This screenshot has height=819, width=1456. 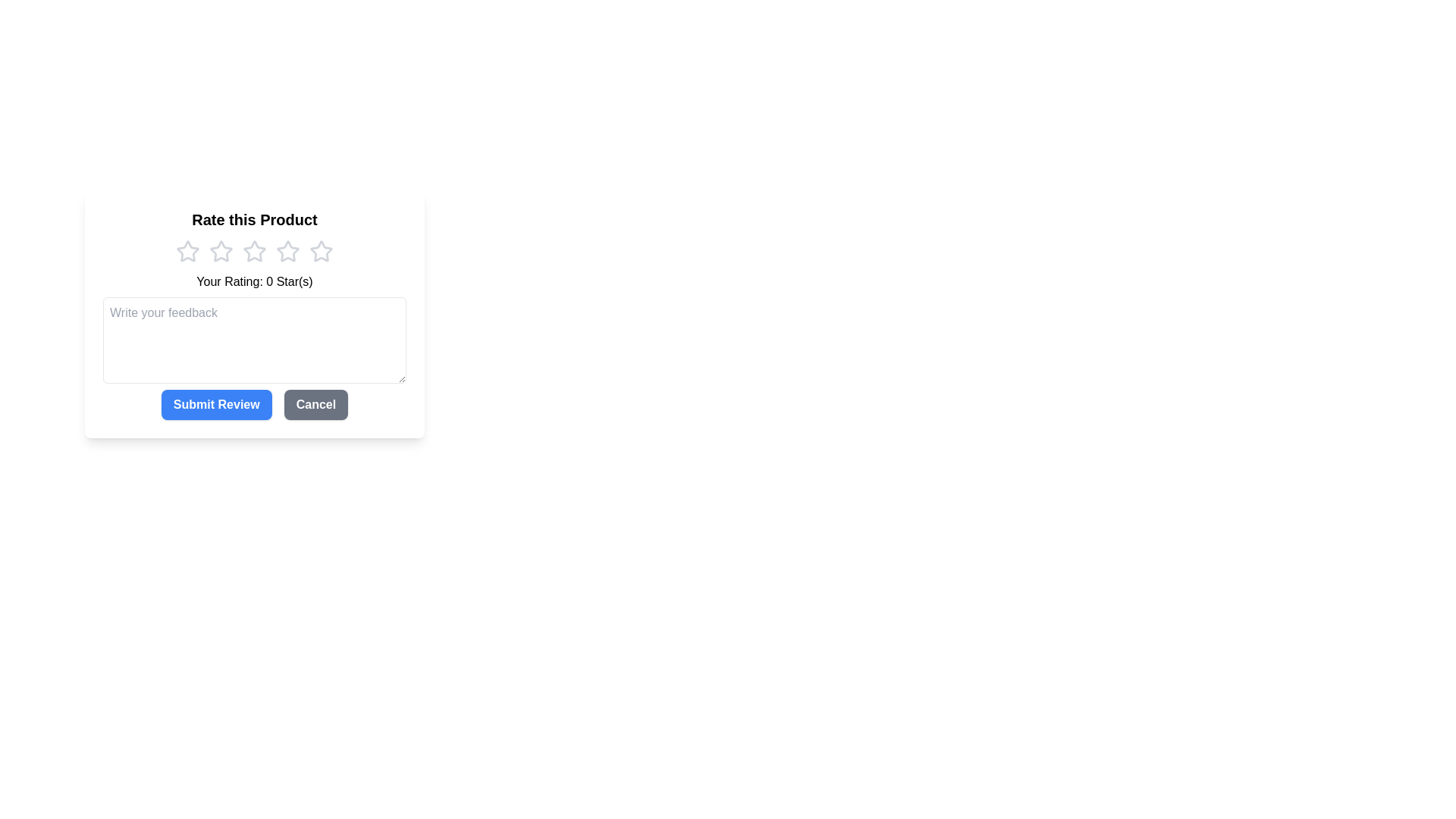 What do you see at coordinates (255, 250) in the screenshot?
I see `the third star icon in the unrated rating system located below the 'Rate this Product' text to indicate interaction` at bounding box center [255, 250].